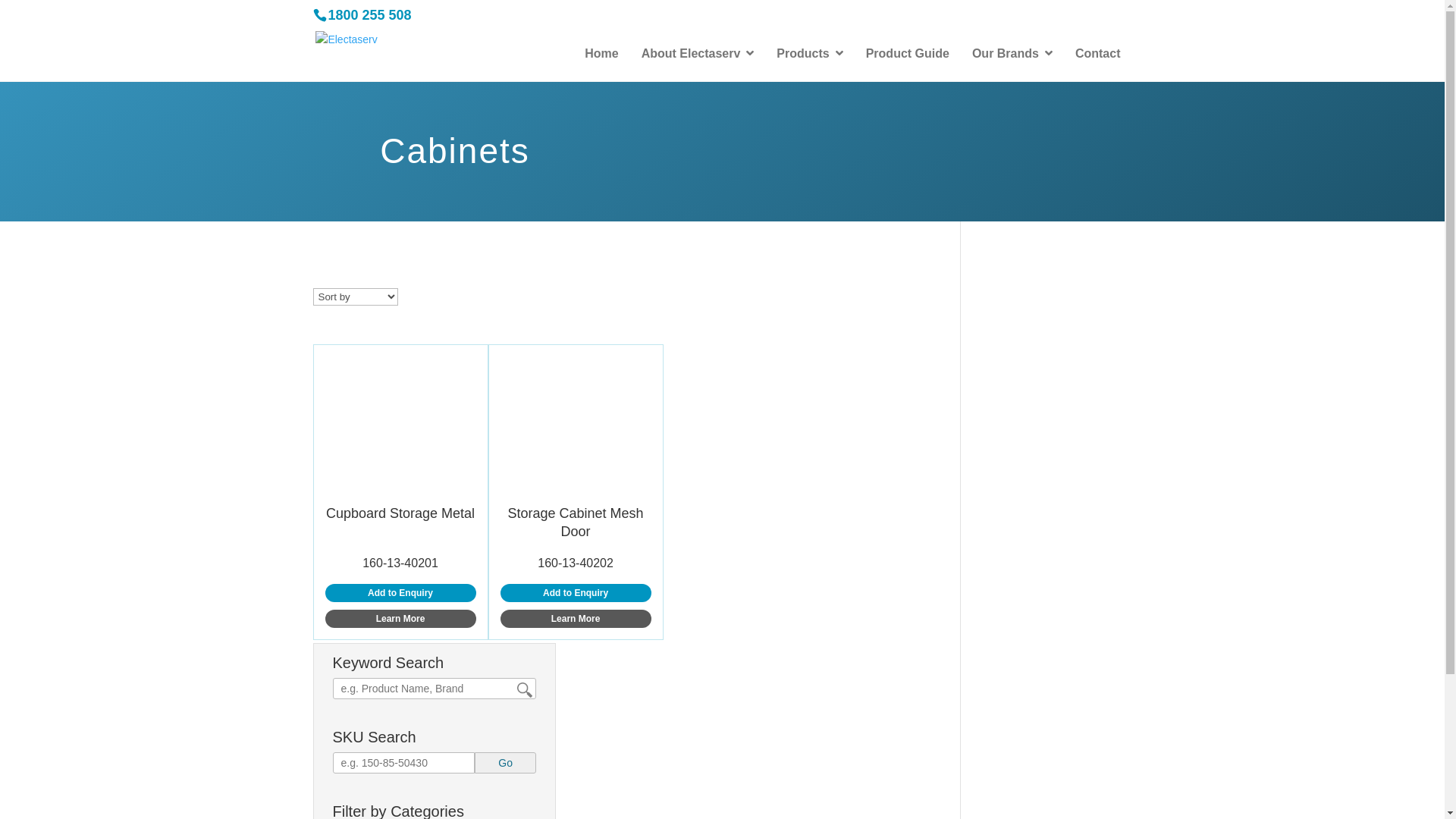 The width and height of the screenshot is (1456, 819). I want to click on 'Add to Enquiry', so click(575, 592).